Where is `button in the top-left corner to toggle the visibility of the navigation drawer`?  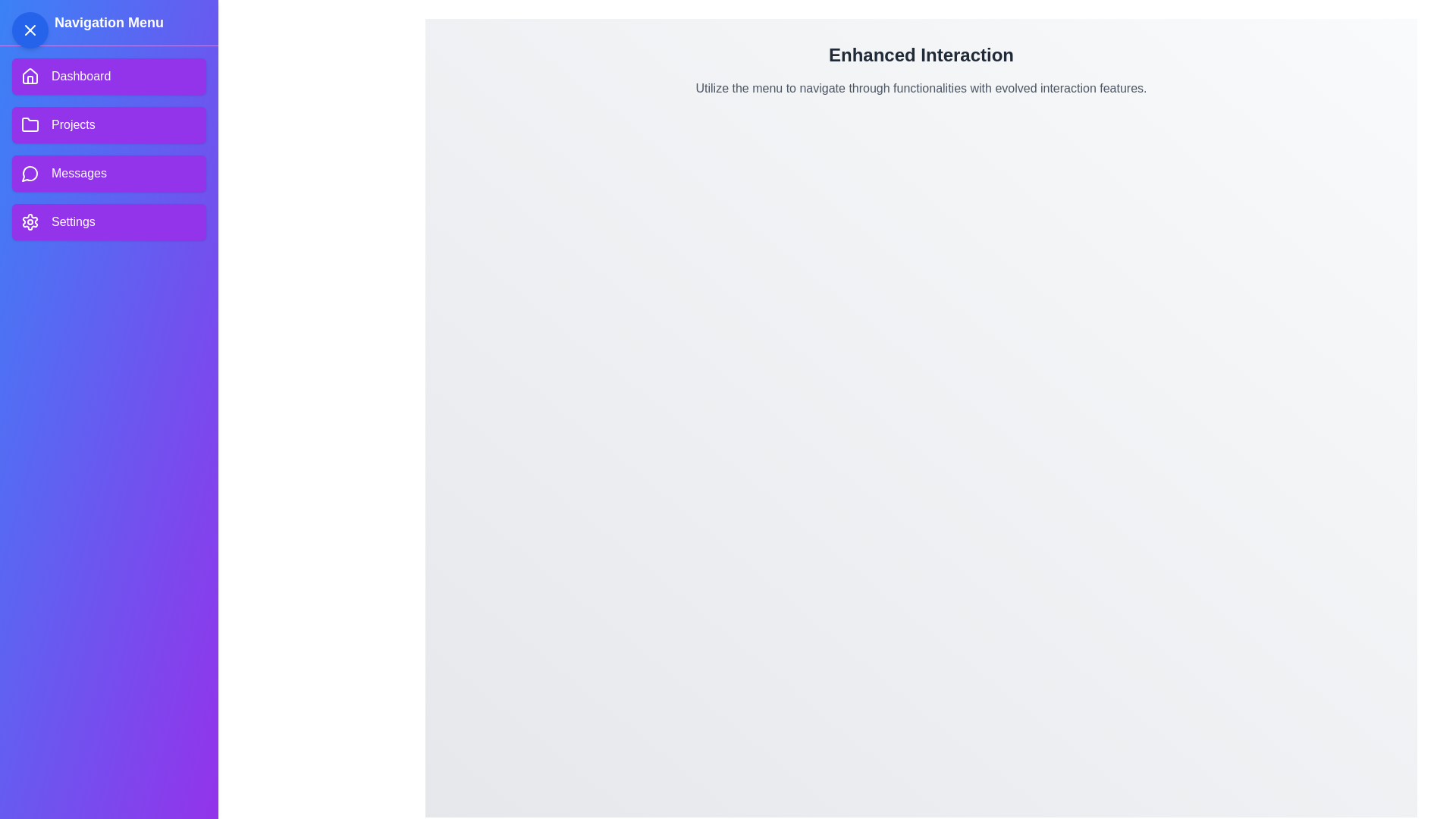 button in the top-left corner to toggle the visibility of the navigation drawer is located at coordinates (30, 30).